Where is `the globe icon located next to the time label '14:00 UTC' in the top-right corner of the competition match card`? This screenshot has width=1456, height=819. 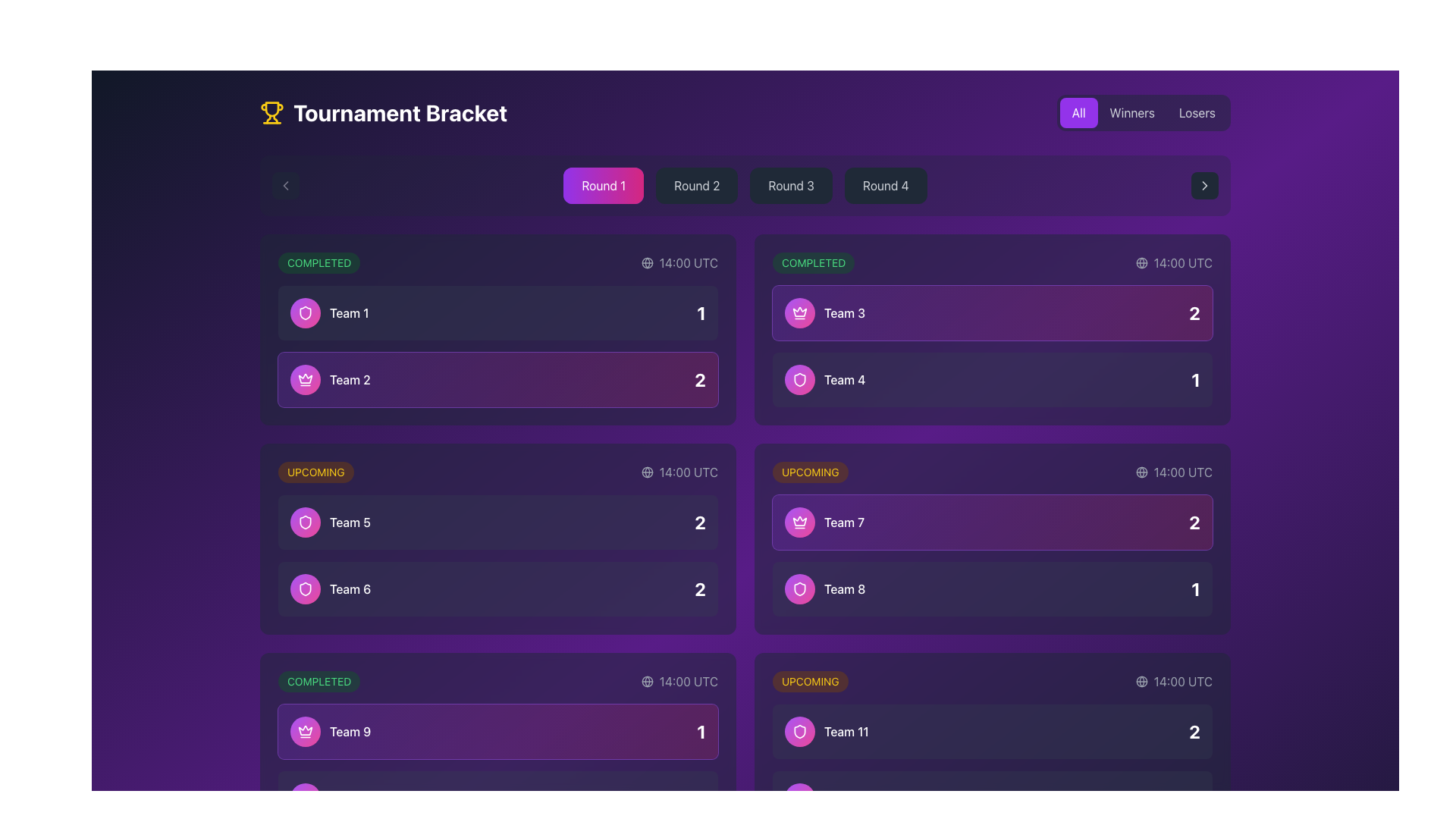
the globe icon located next to the time label '14:00 UTC' in the top-right corner of the competition match card is located at coordinates (1141, 472).